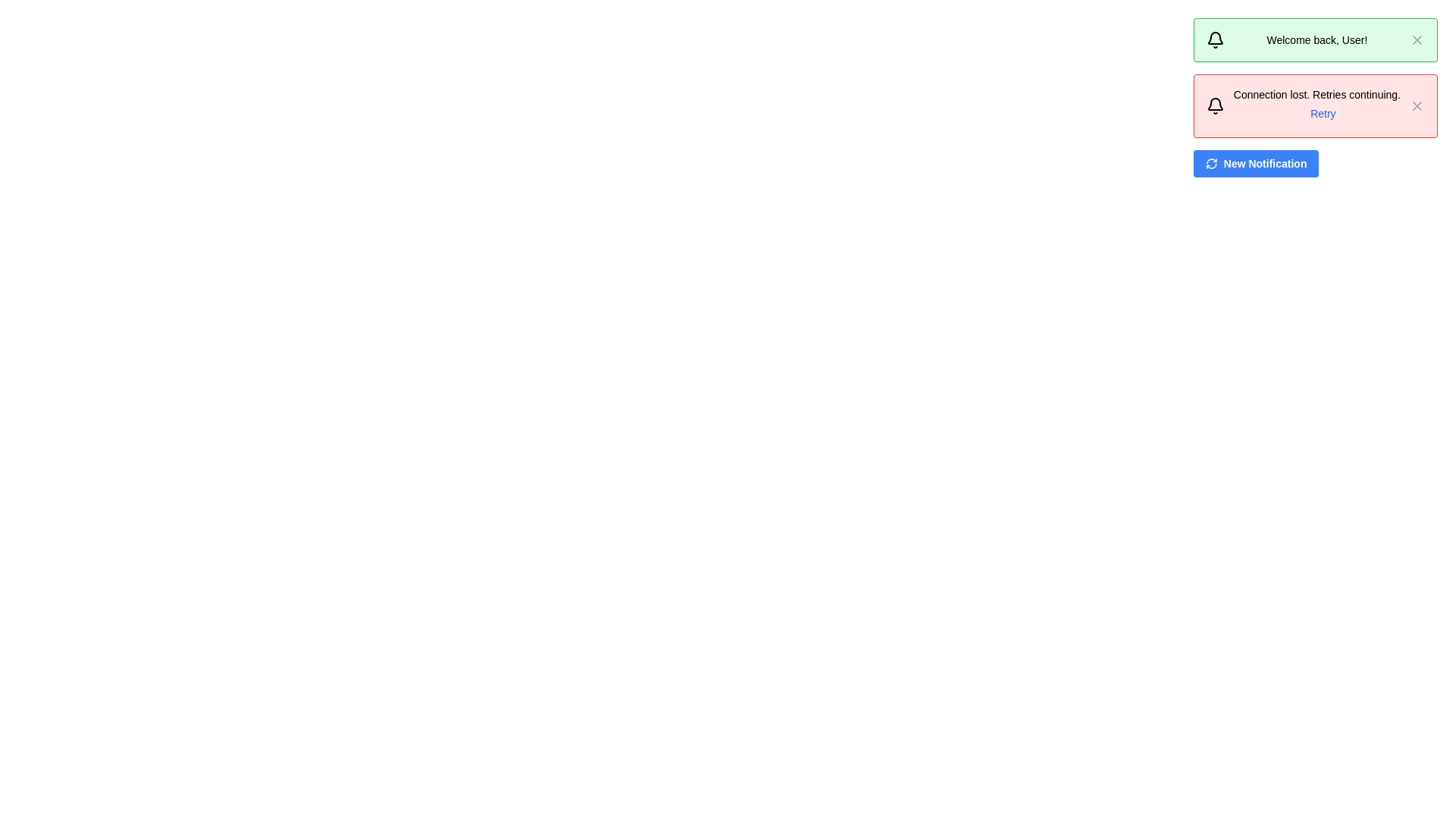  Describe the element at coordinates (1416, 105) in the screenshot. I see `the close button located in the top right corner of the notification box with the message 'Connection lost. Retries continuing.'` at that location.